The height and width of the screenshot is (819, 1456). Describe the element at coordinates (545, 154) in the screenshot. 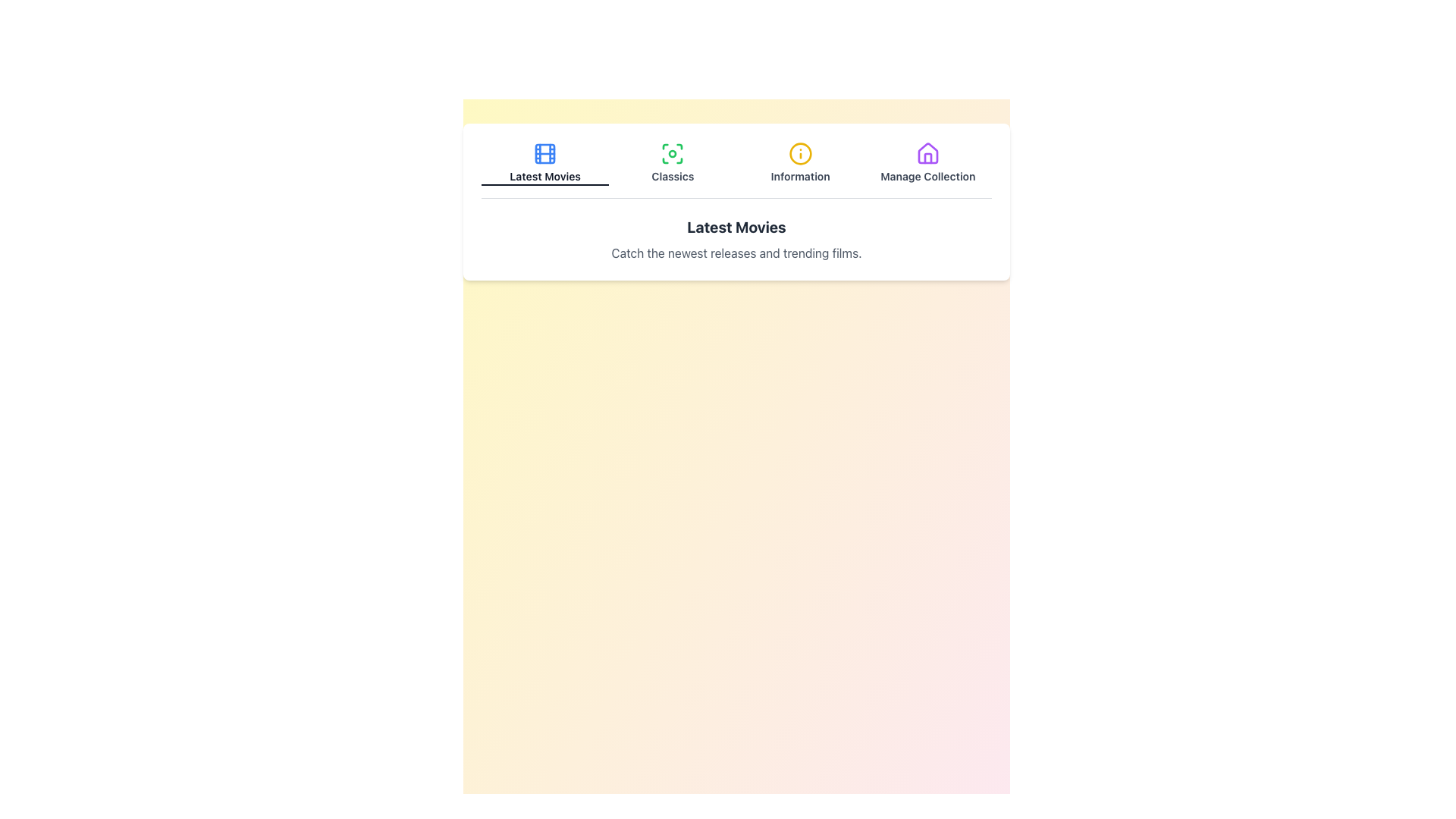

I see `the blue film reel icon` at that location.